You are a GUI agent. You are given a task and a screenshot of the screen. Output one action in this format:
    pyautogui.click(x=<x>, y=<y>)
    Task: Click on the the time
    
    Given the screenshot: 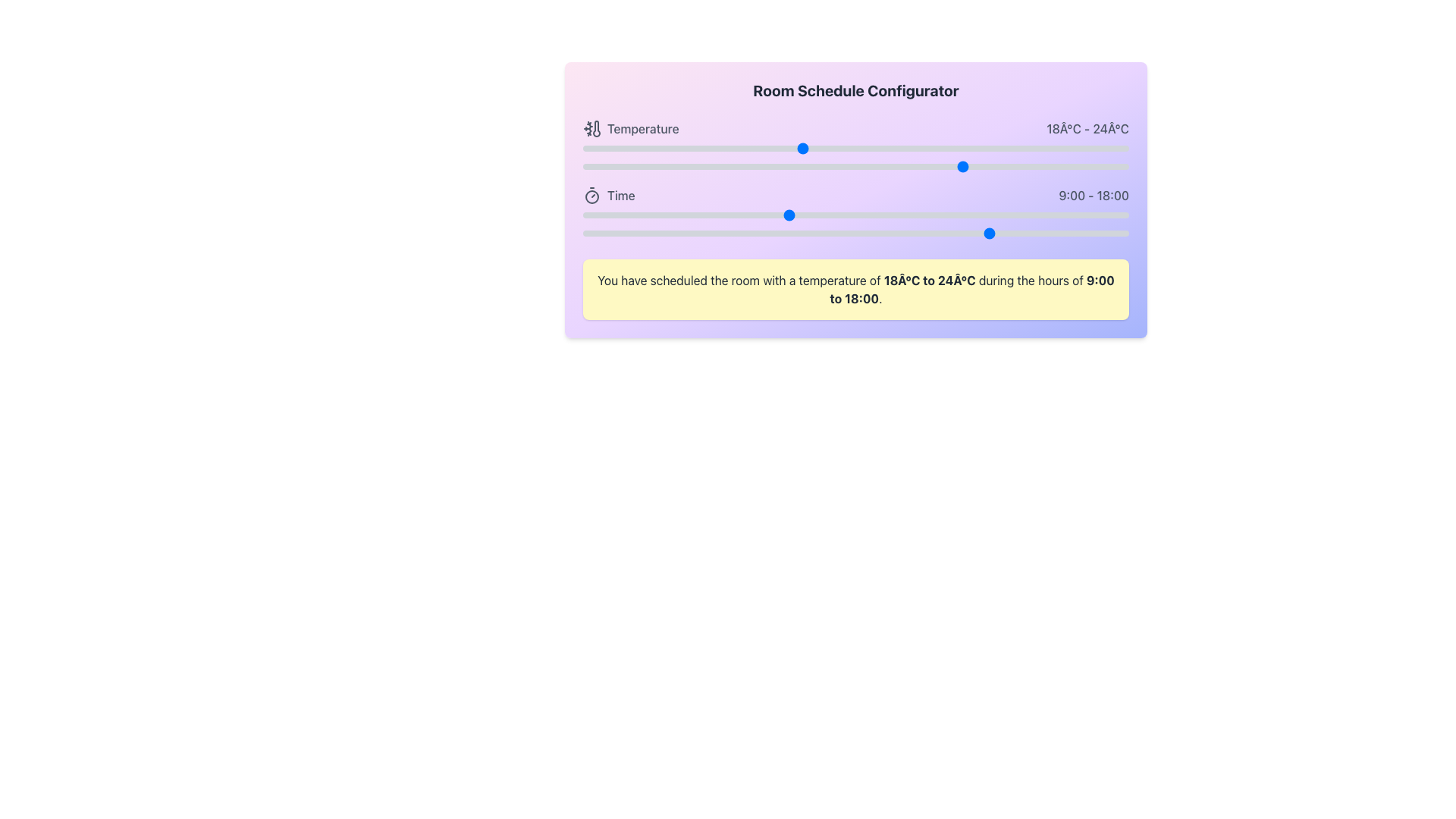 What is the action you would take?
    pyautogui.click(x=787, y=234)
    